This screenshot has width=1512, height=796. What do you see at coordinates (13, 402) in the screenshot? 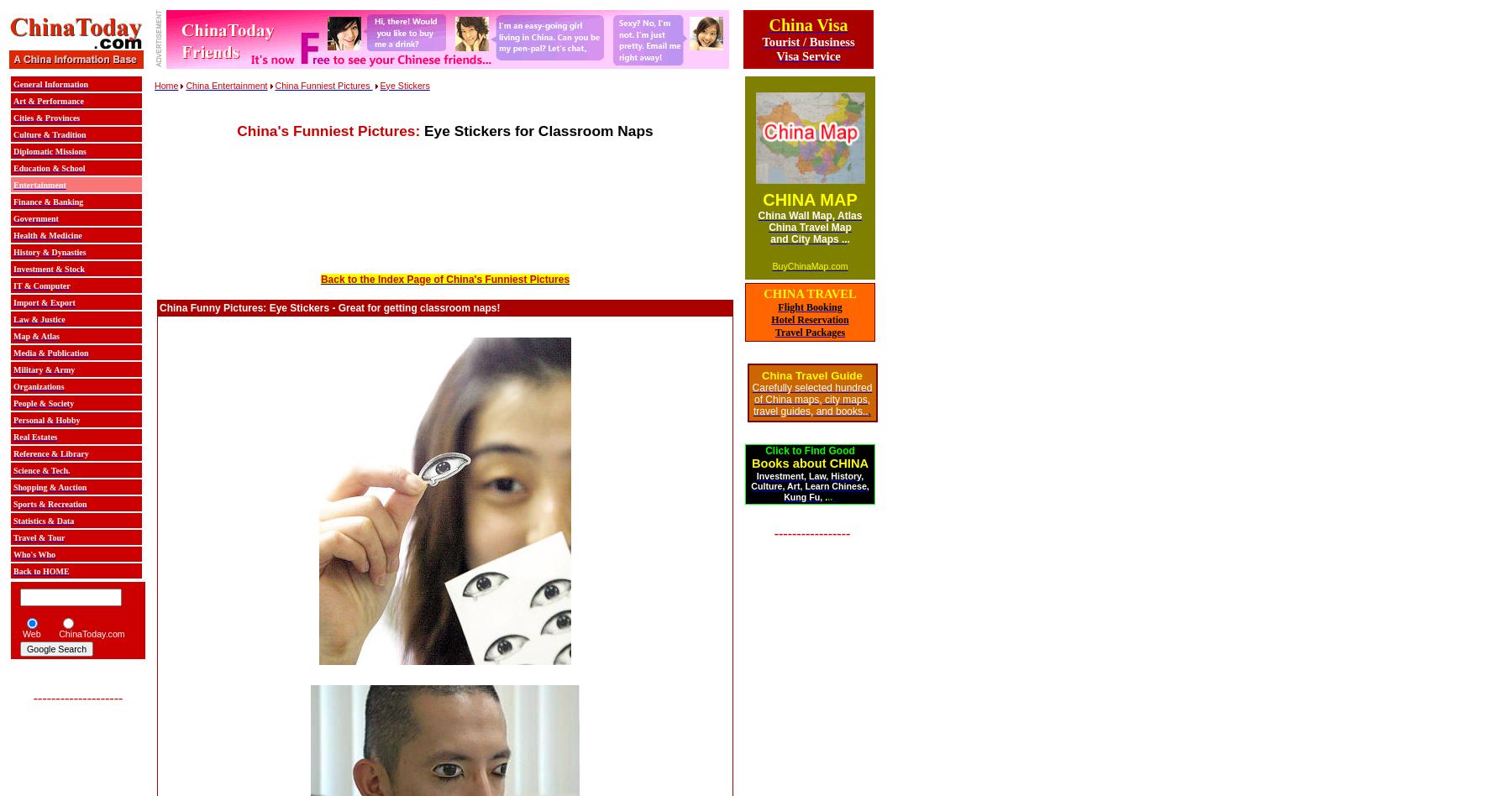
I see `'People & 
          Society'` at bounding box center [13, 402].